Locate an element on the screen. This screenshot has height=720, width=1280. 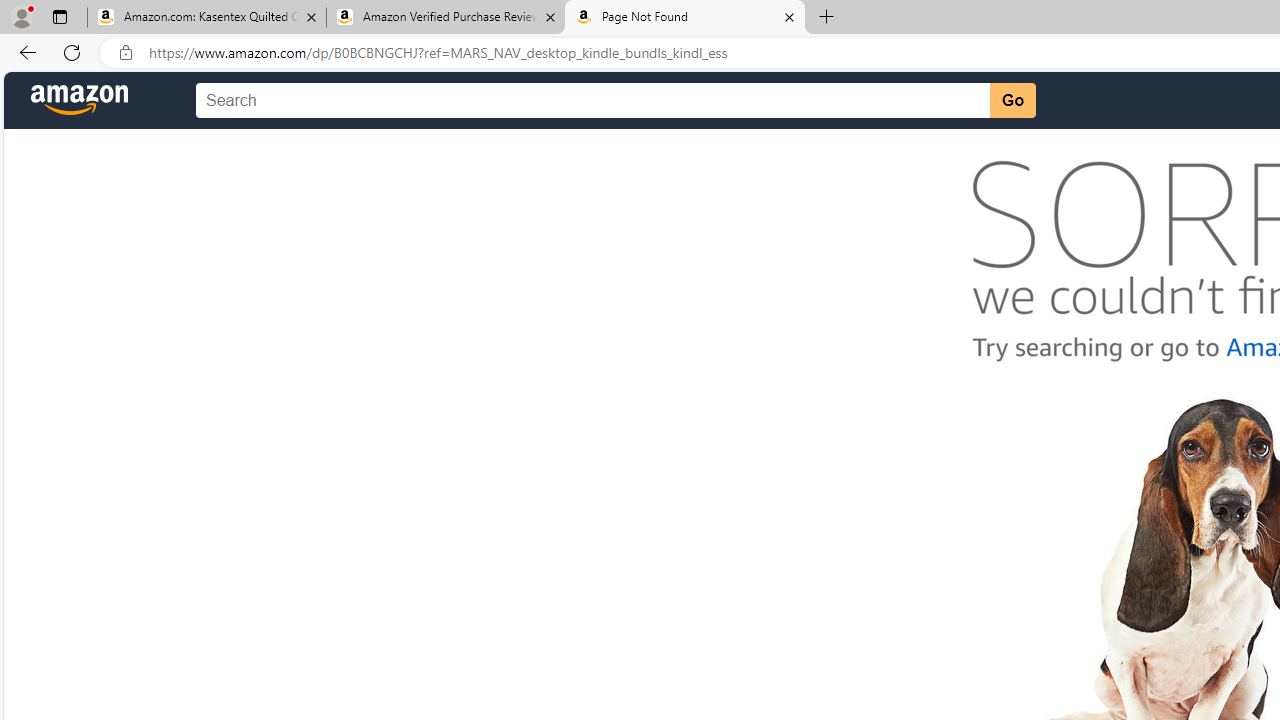
'Amazon Verified Purchase Reviews - Amazon Customer Service' is located at coordinates (444, 17).